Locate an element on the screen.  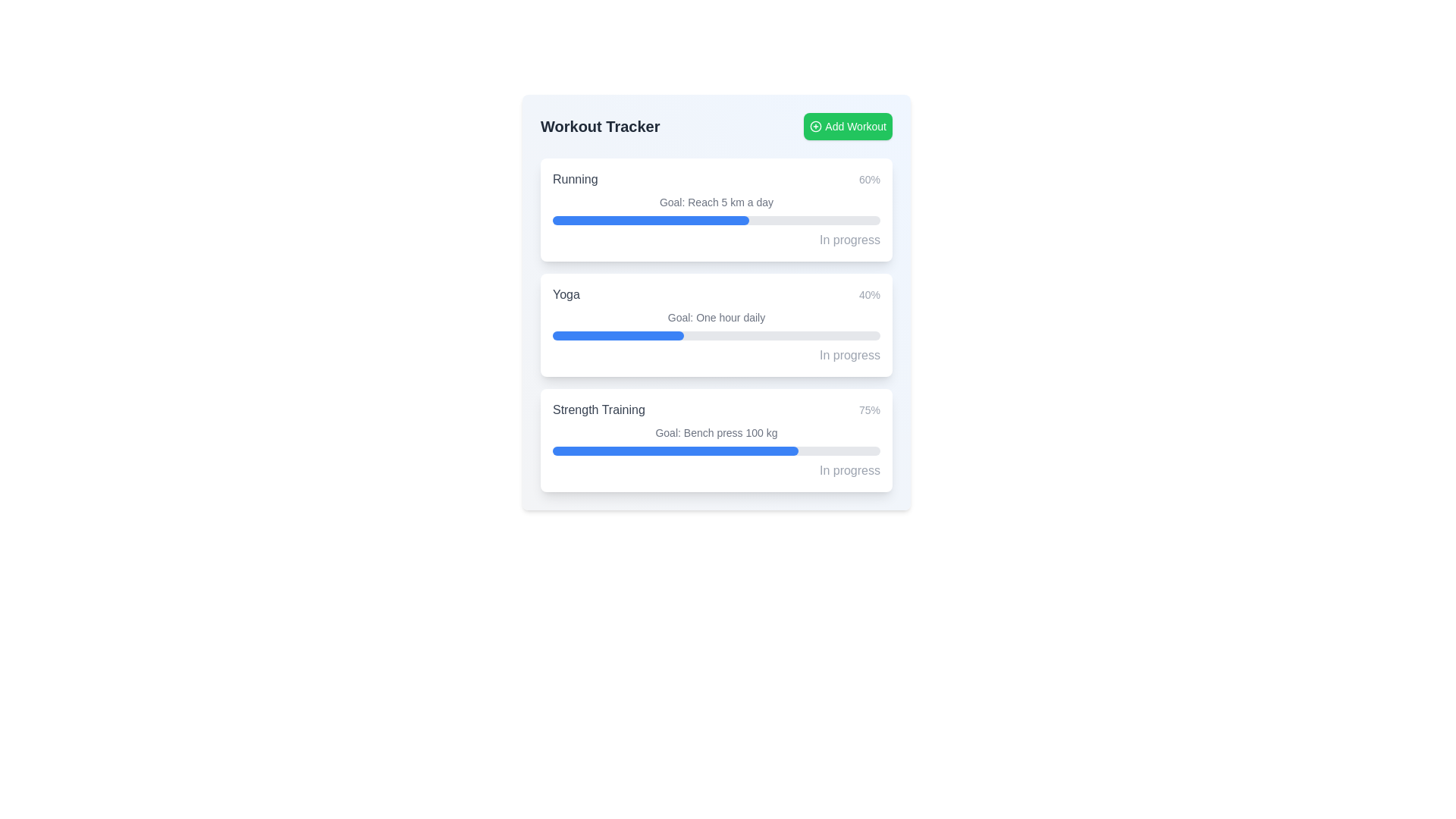
the Static Text indicating the current status of the associated goal in the 'Strength Training' section, located beneath the progress bar and percentage indicator is located at coordinates (849, 469).